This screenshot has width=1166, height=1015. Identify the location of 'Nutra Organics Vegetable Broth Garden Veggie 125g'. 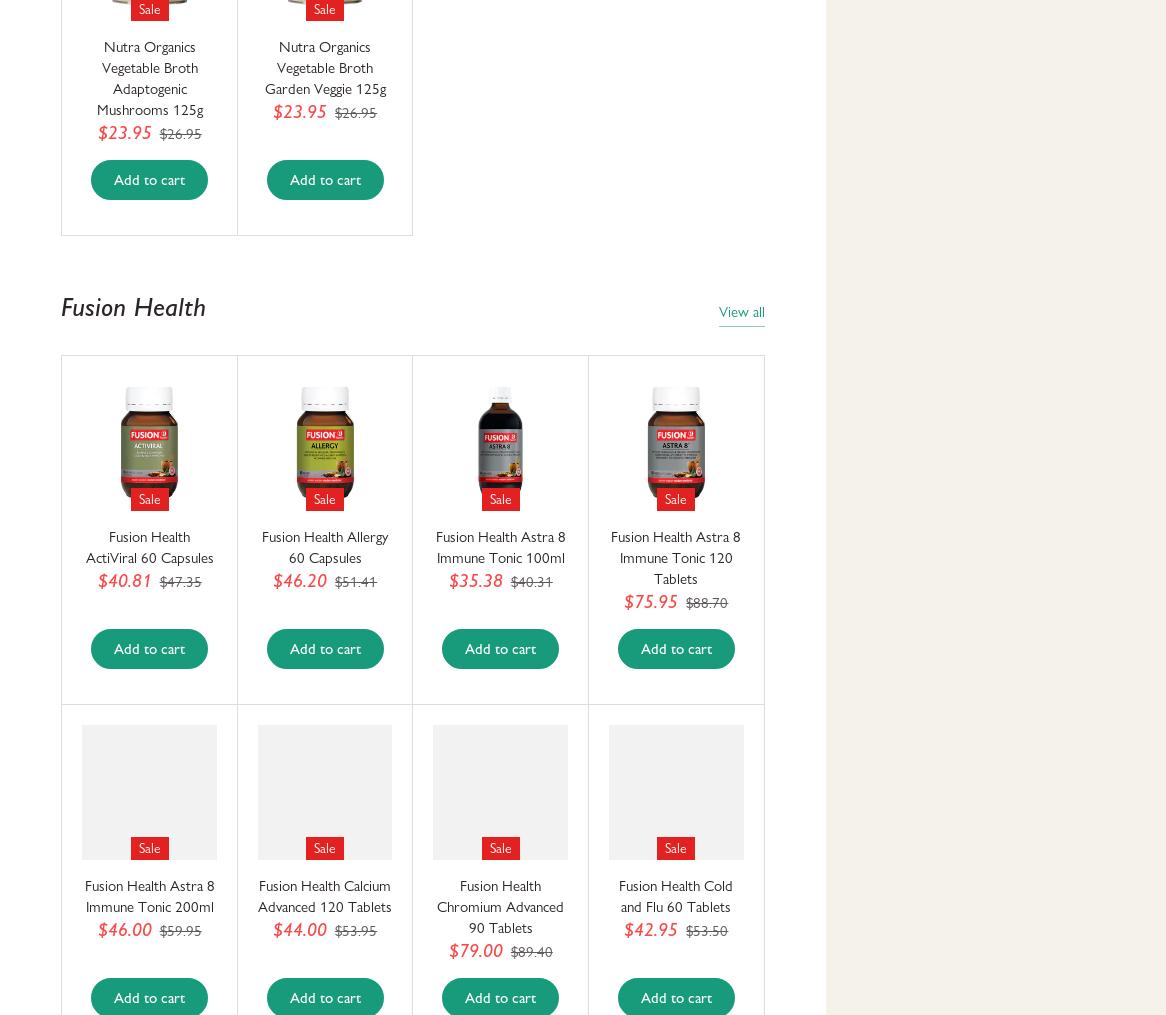
(323, 67).